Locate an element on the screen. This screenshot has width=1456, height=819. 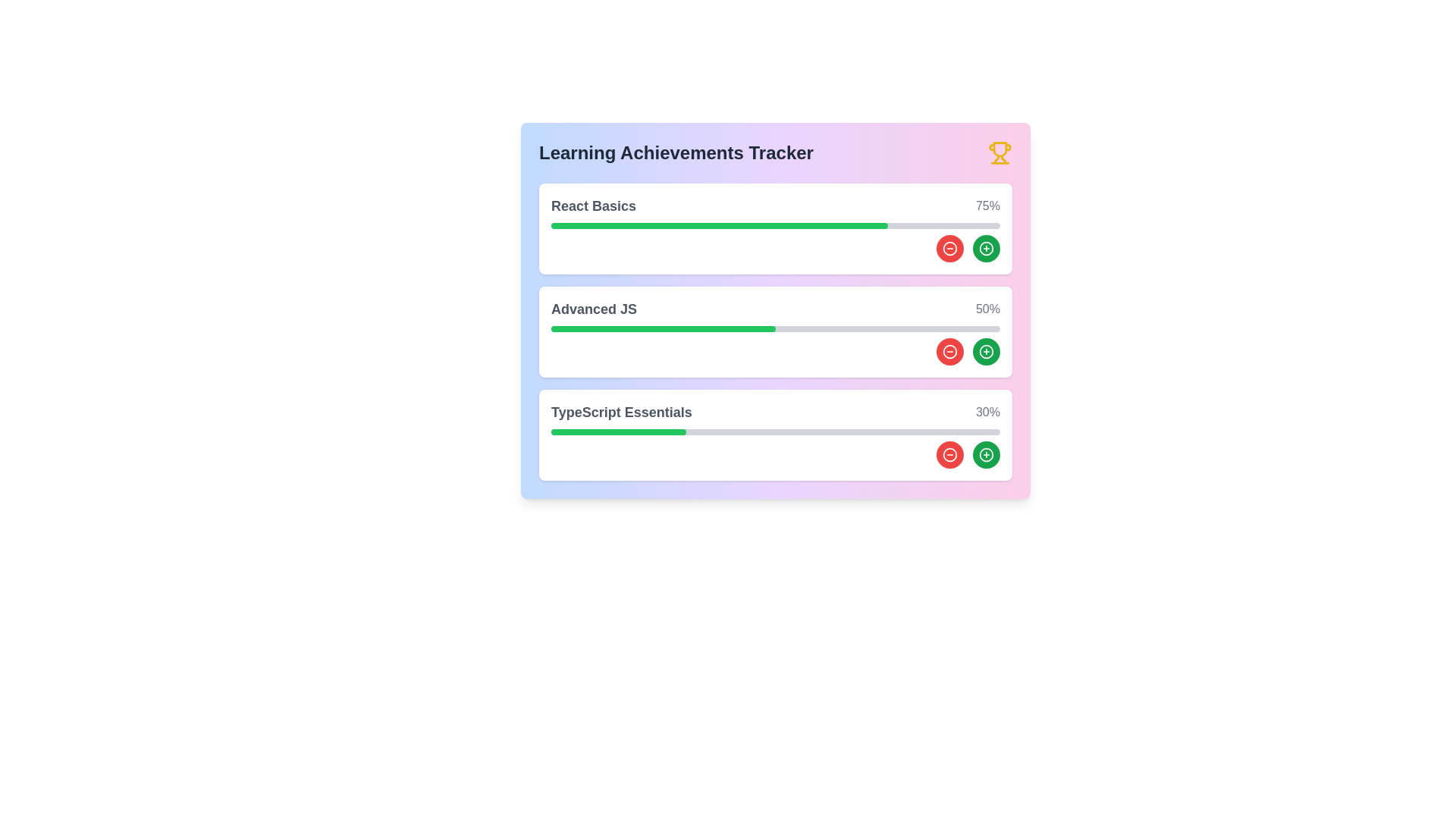
the circular SVG graphical element of the 'remove' icon located on the right-hand side of the 'React Basics' progress bar is located at coordinates (949, 247).